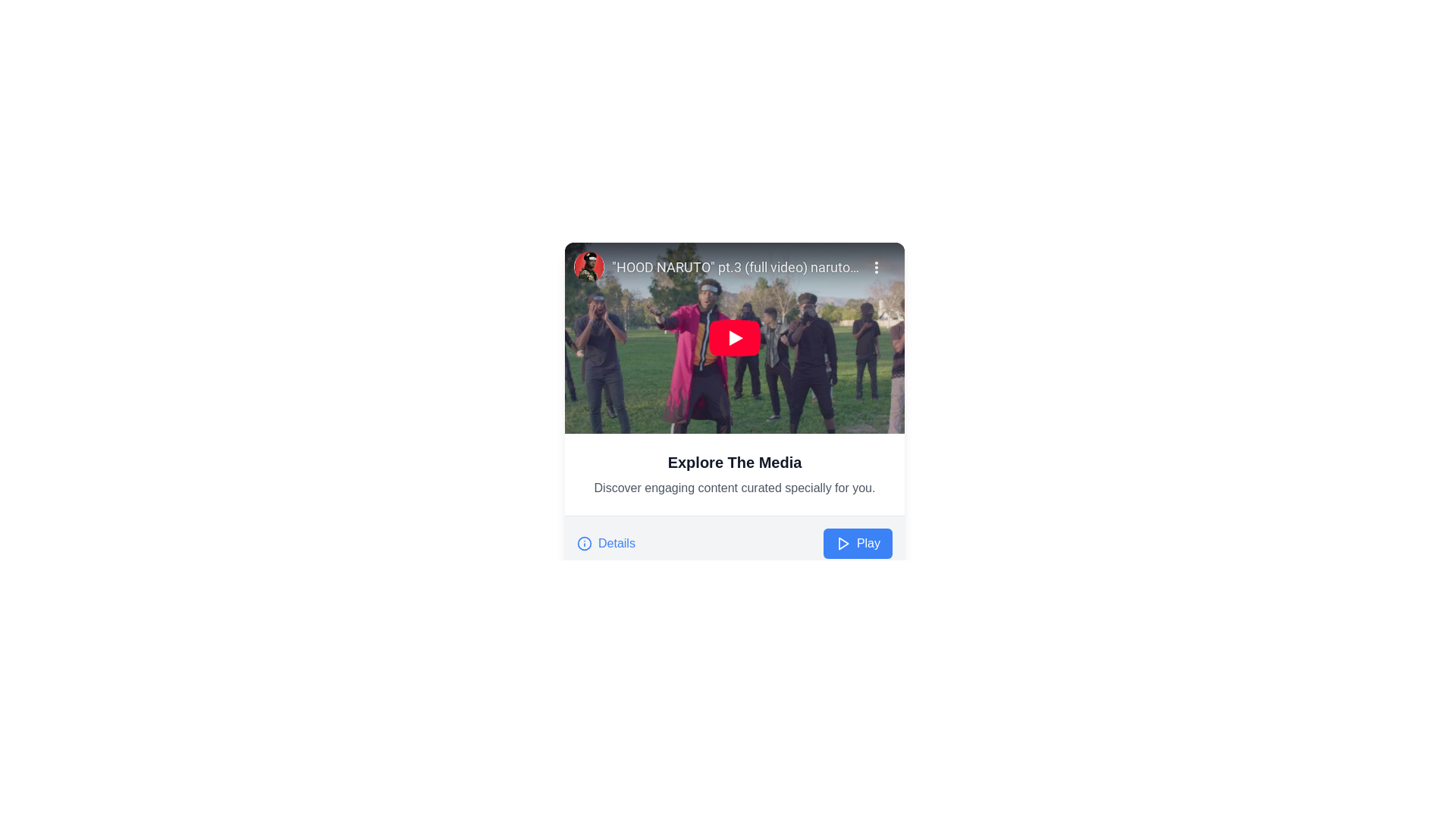 The height and width of the screenshot is (819, 1456). I want to click on the text label that serves as a headline or title, positioned beneath a video thumbnail with a play button, so click(735, 461).